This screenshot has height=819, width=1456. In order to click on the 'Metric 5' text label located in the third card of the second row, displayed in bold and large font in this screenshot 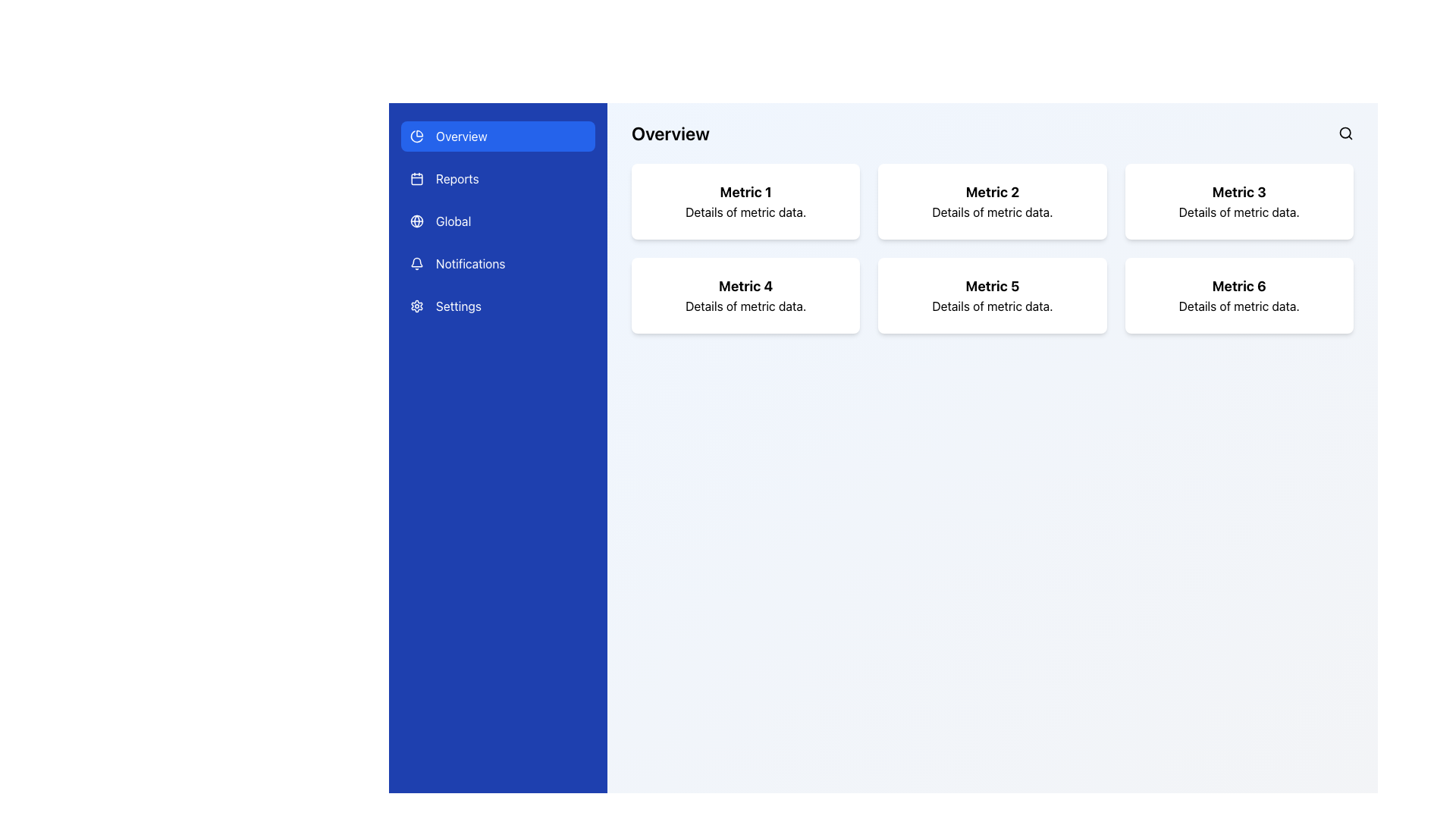, I will do `click(993, 287)`.